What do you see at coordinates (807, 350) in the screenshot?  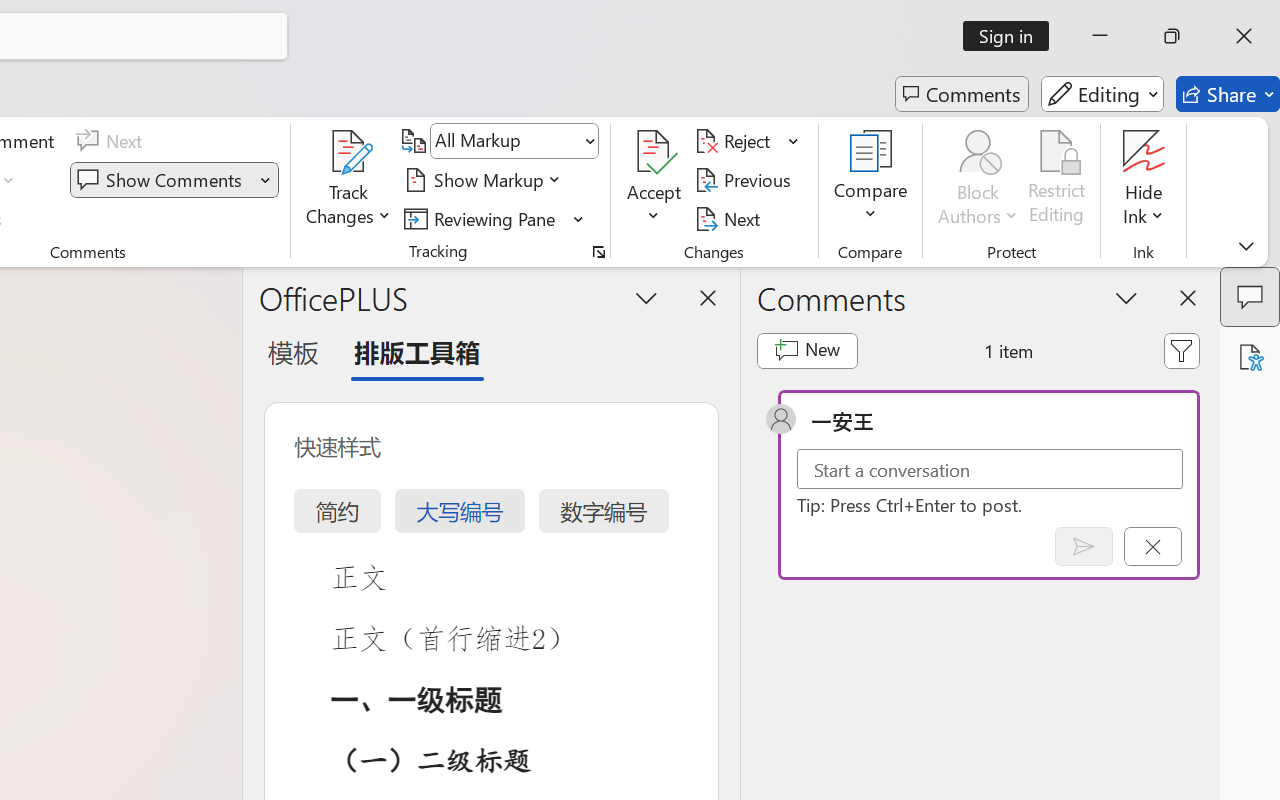 I see `'New comment'` at bounding box center [807, 350].